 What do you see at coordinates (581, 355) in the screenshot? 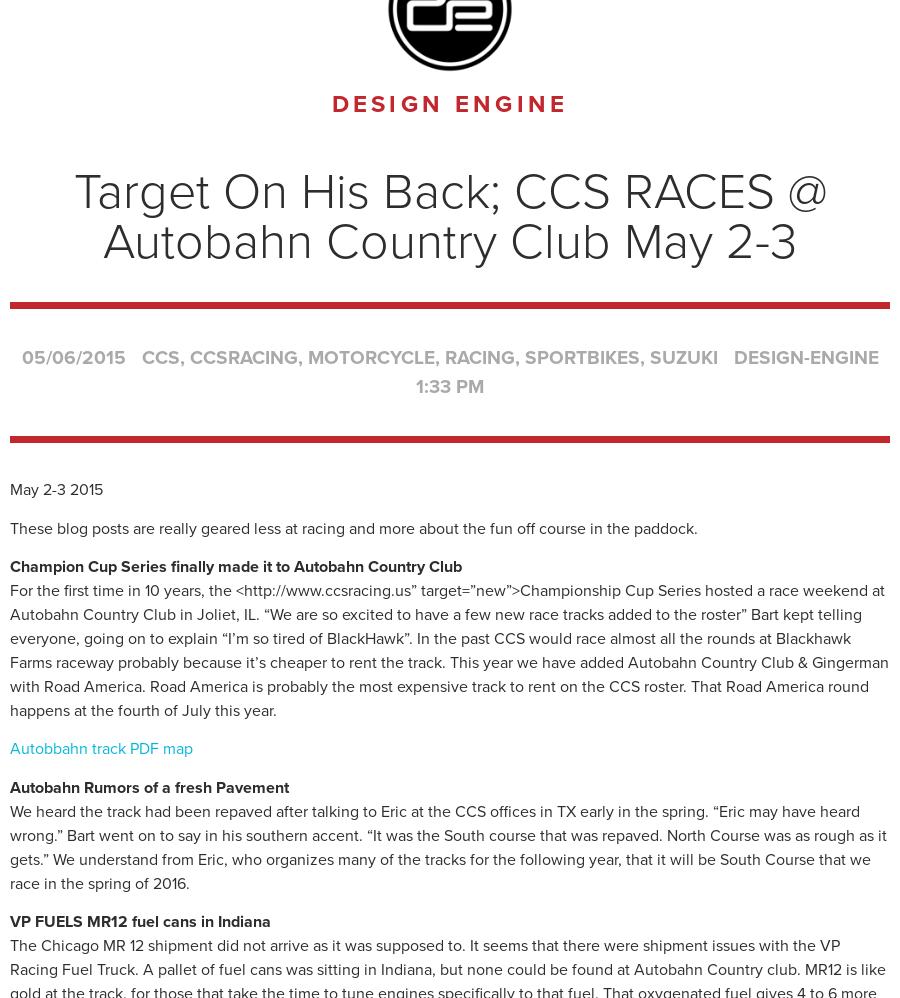
I see `'sportbikes'` at bounding box center [581, 355].